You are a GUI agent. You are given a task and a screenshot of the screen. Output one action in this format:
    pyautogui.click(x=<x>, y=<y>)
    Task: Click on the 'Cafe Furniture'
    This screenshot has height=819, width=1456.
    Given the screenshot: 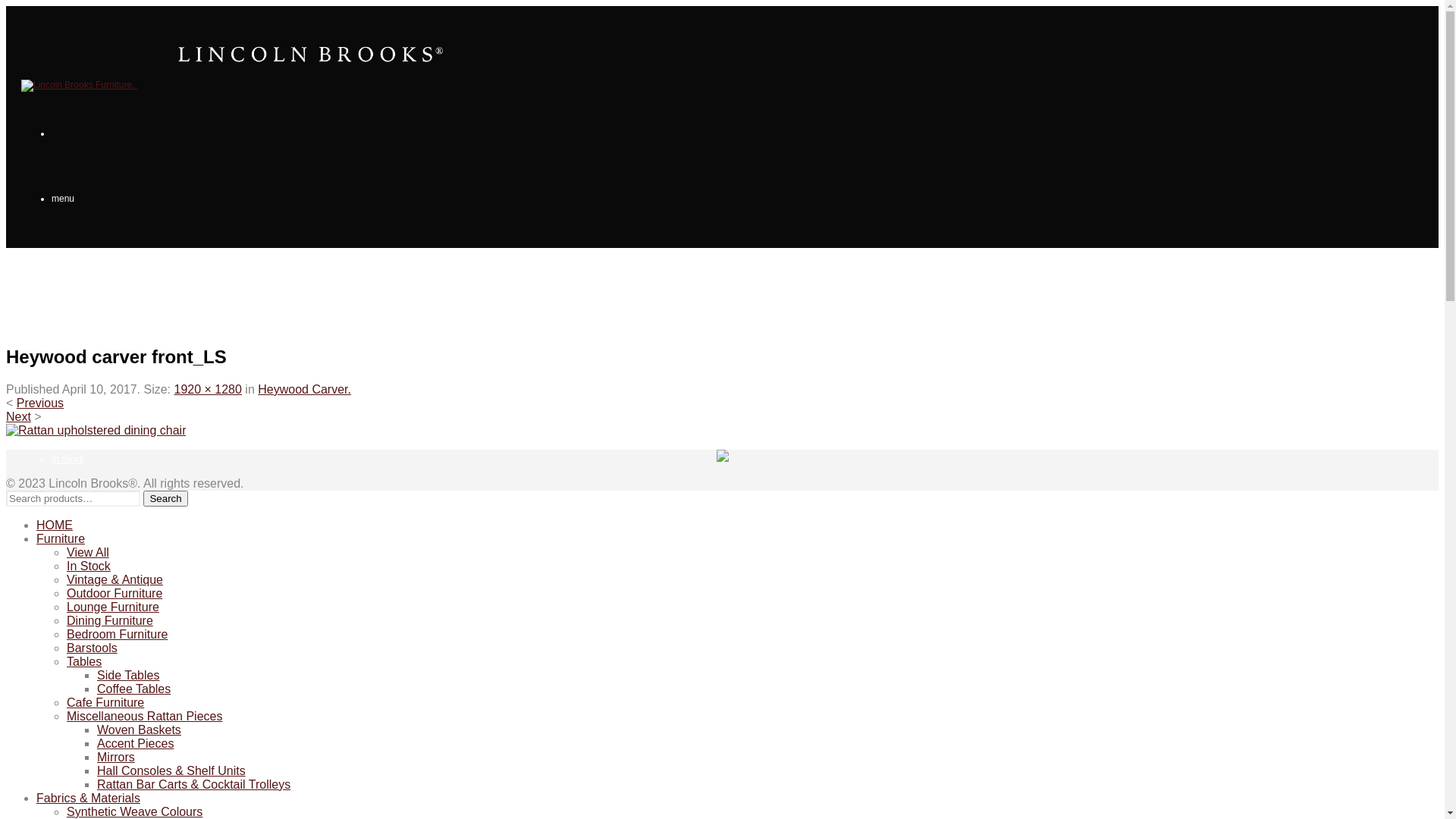 What is the action you would take?
    pyautogui.click(x=105, y=702)
    